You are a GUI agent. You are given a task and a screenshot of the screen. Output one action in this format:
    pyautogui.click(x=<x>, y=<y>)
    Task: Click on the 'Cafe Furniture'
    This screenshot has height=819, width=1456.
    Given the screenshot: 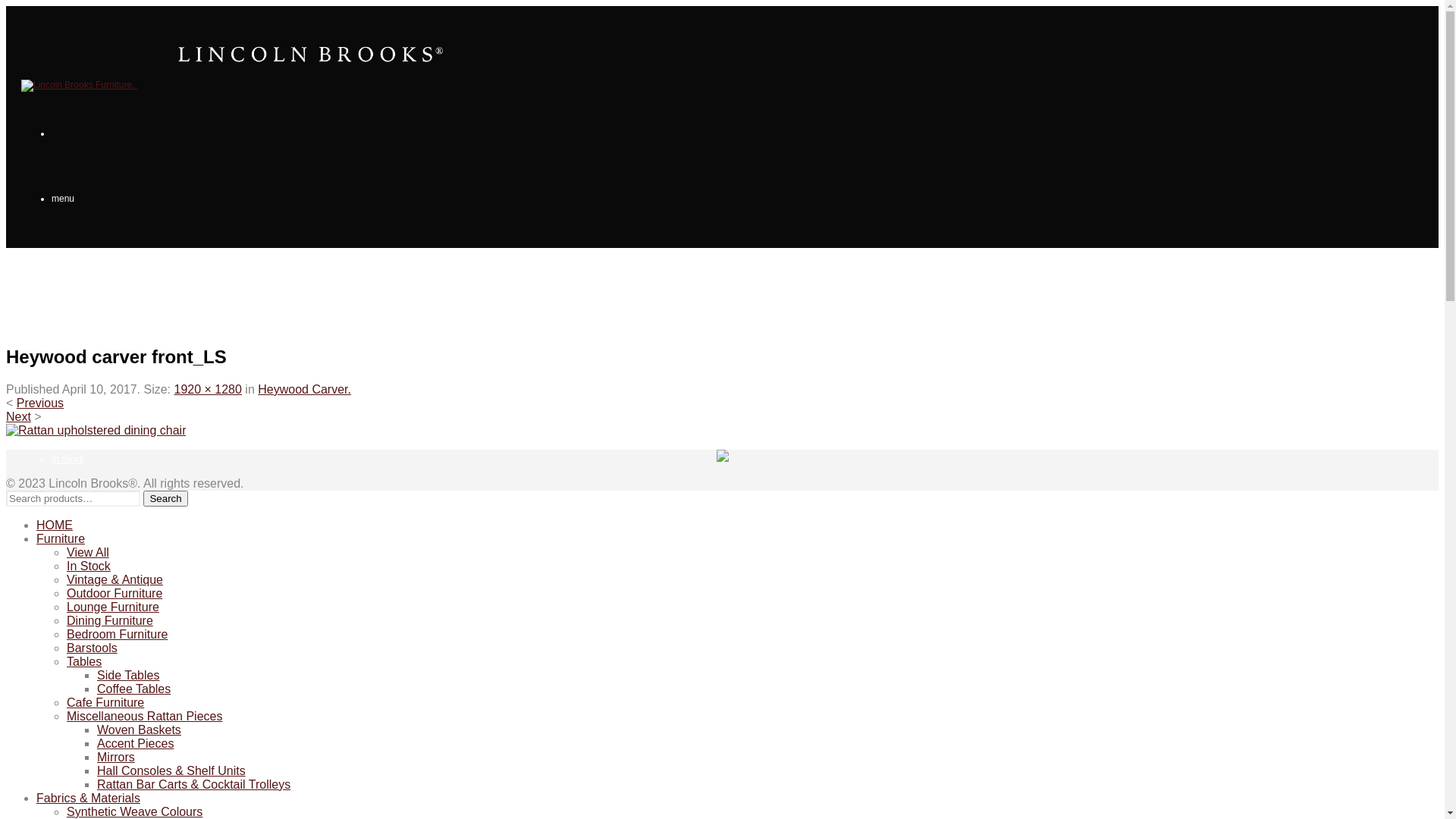 What is the action you would take?
    pyautogui.click(x=105, y=702)
    